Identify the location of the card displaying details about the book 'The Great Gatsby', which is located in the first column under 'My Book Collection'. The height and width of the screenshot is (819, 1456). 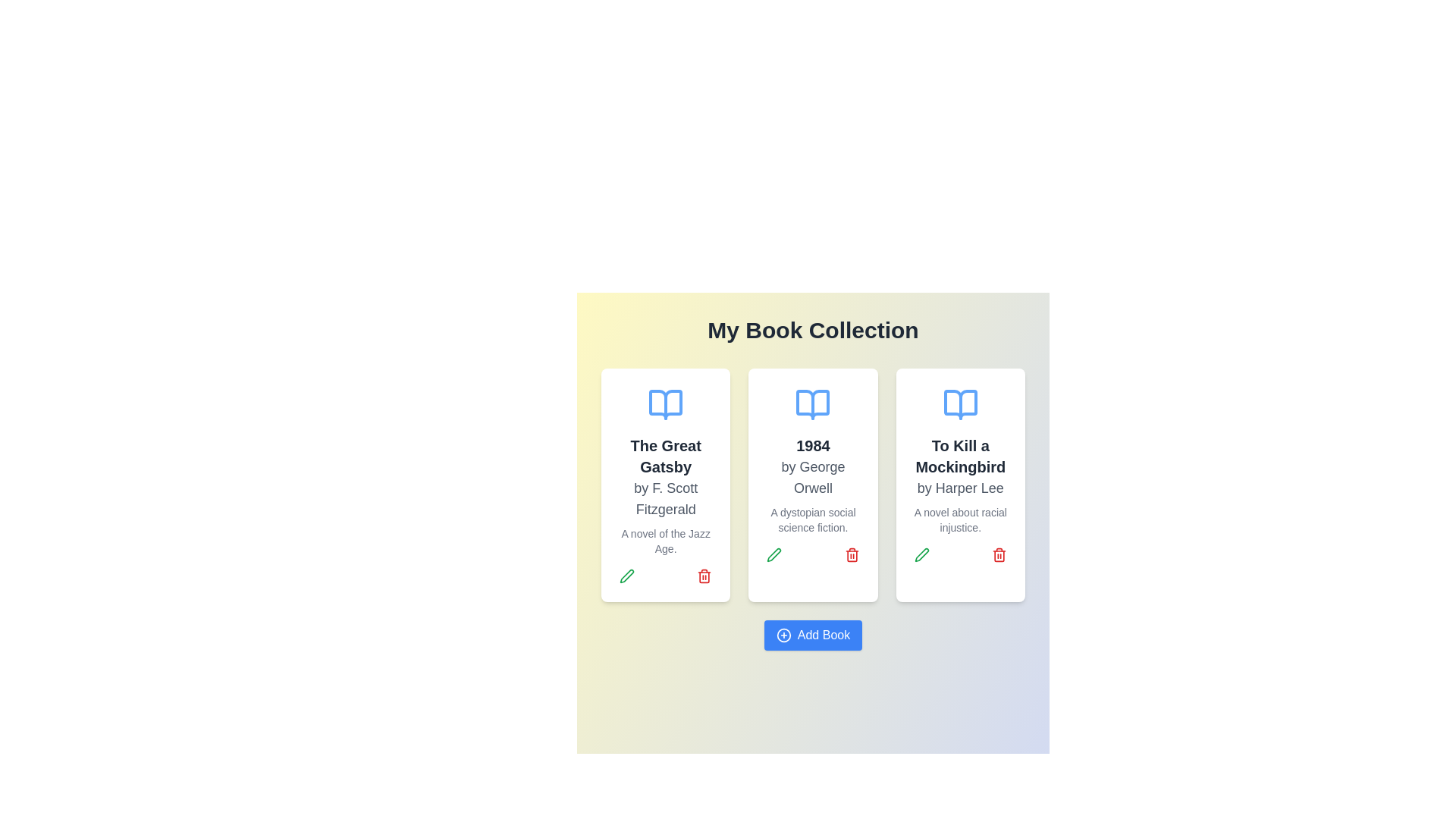
(666, 485).